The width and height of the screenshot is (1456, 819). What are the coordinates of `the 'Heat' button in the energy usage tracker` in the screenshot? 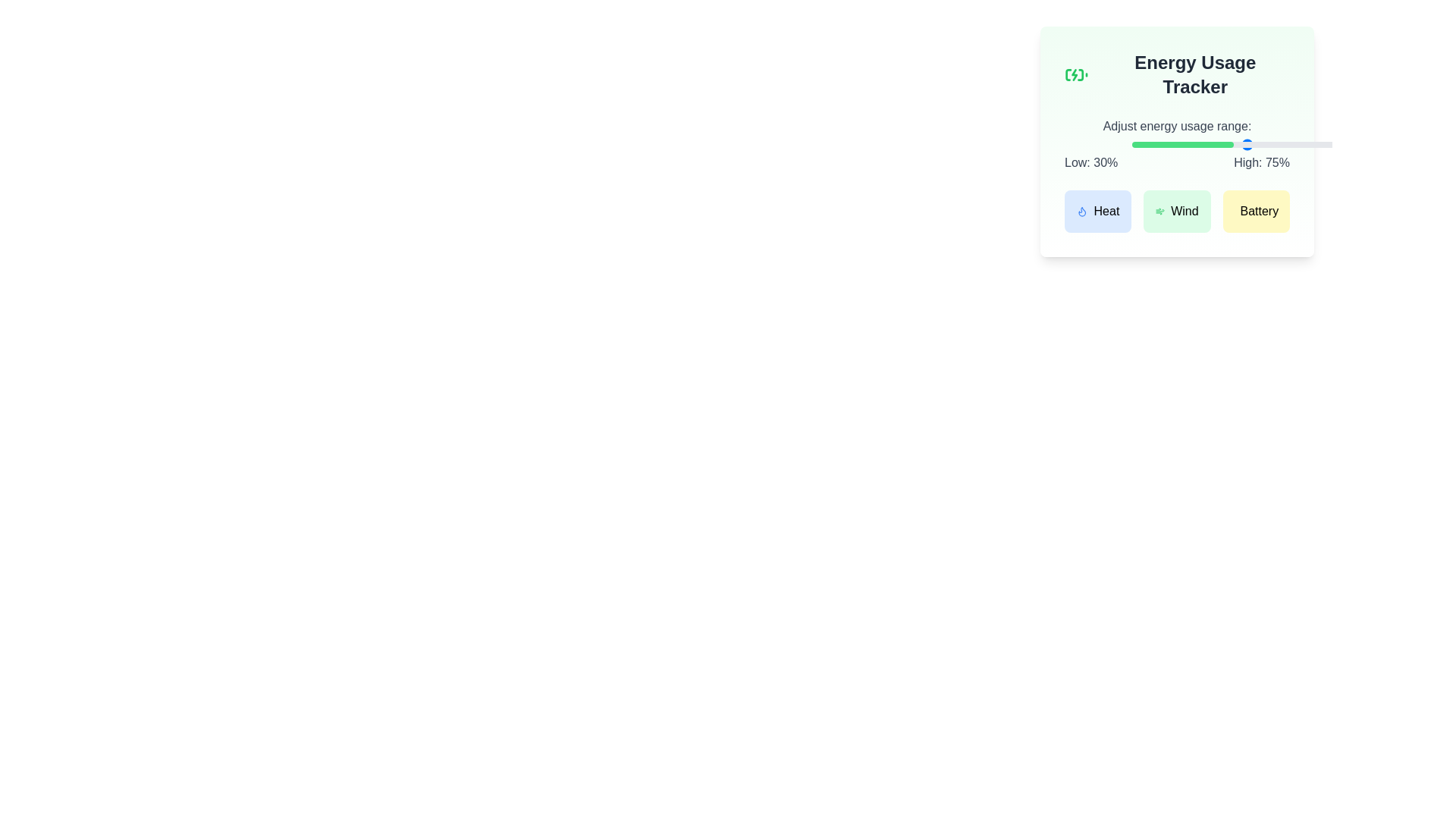 It's located at (1098, 211).